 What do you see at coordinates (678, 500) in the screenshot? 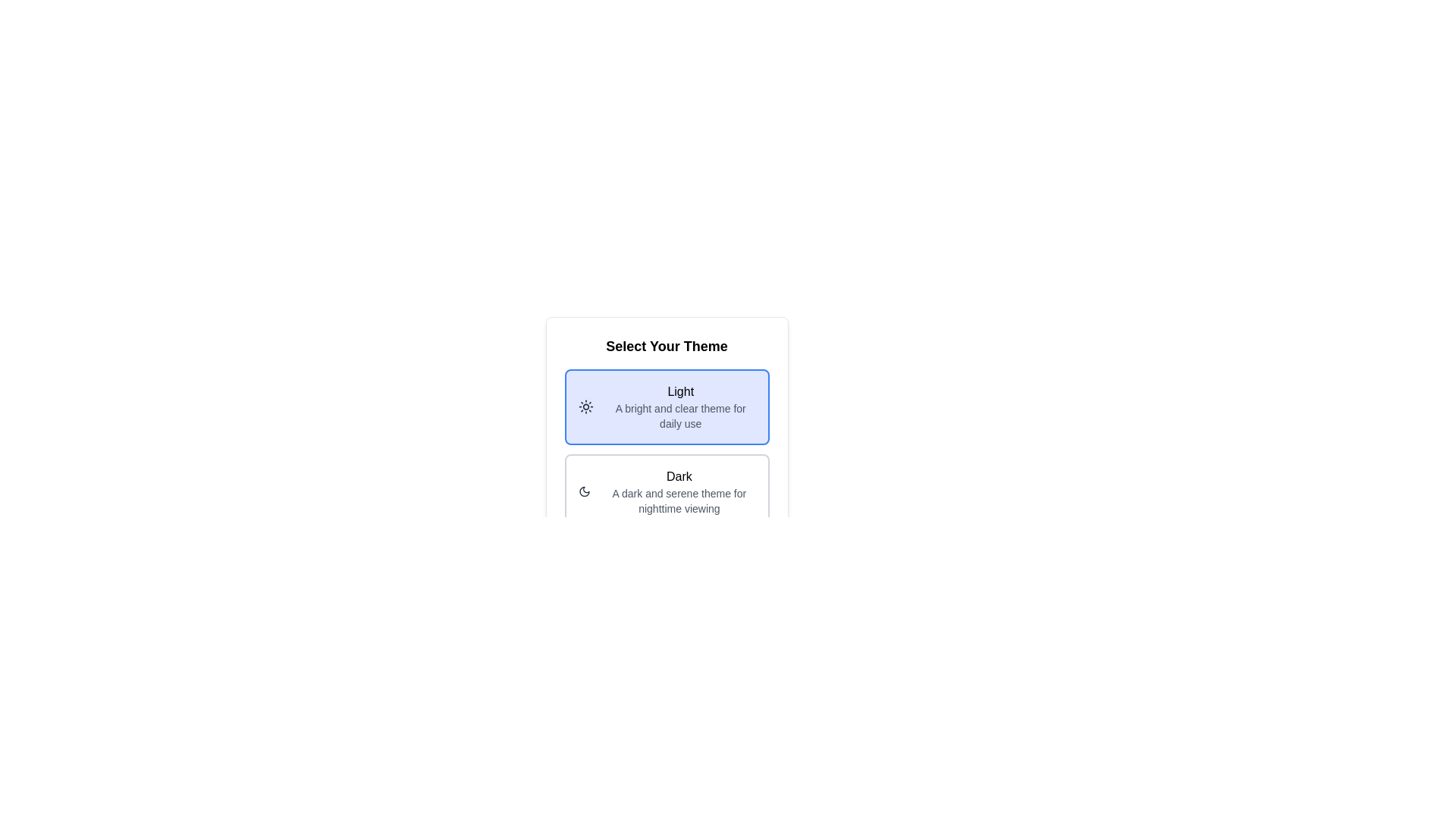
I see `the text element that describes 'A dark and serene theme for nighttime viewing', which is positioned below the 'Dark' theme option in the theme selection area` at bounding box center [678, 500].